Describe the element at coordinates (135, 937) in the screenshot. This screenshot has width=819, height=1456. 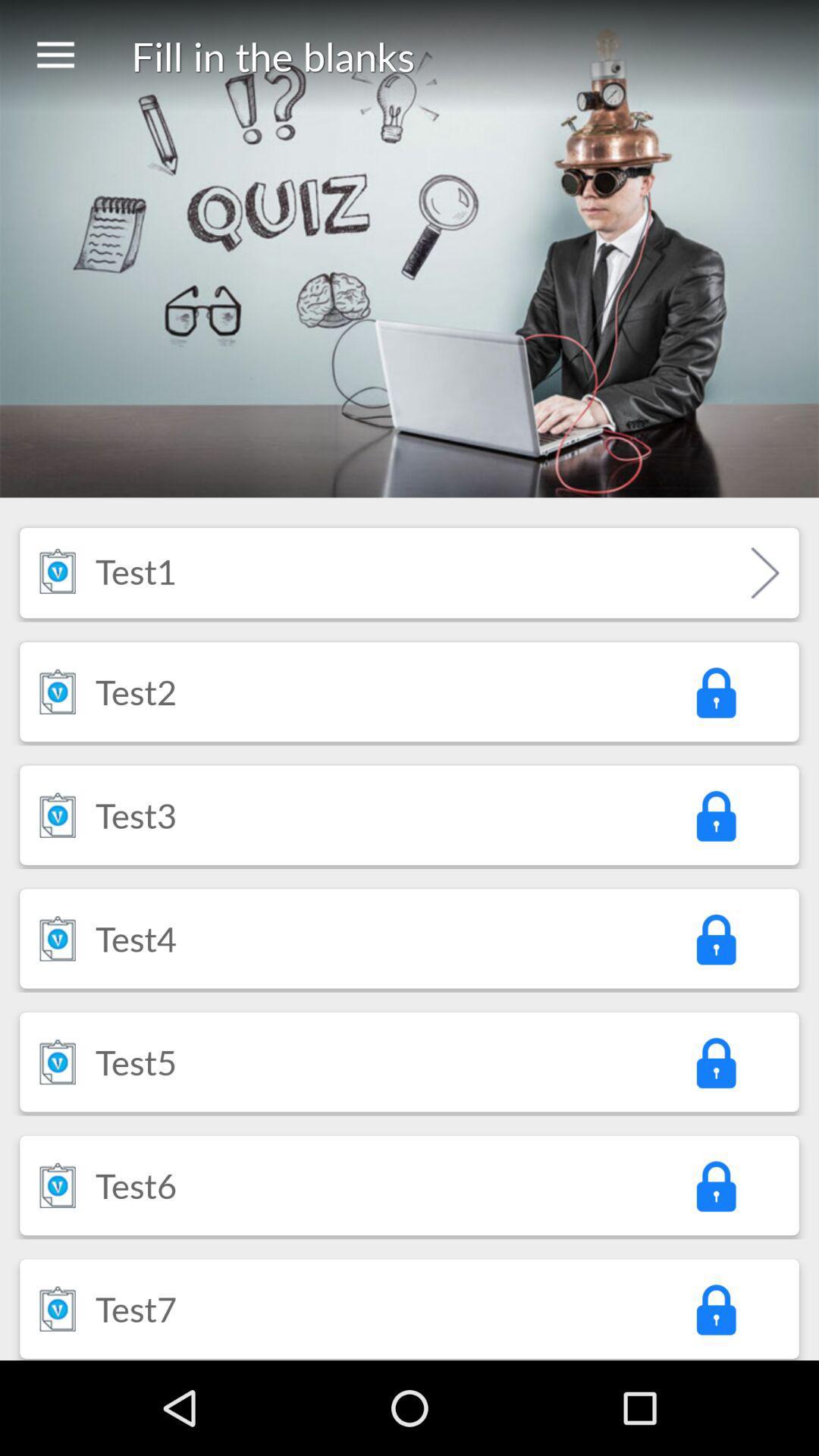
I see `item below test3 icon` at that location.